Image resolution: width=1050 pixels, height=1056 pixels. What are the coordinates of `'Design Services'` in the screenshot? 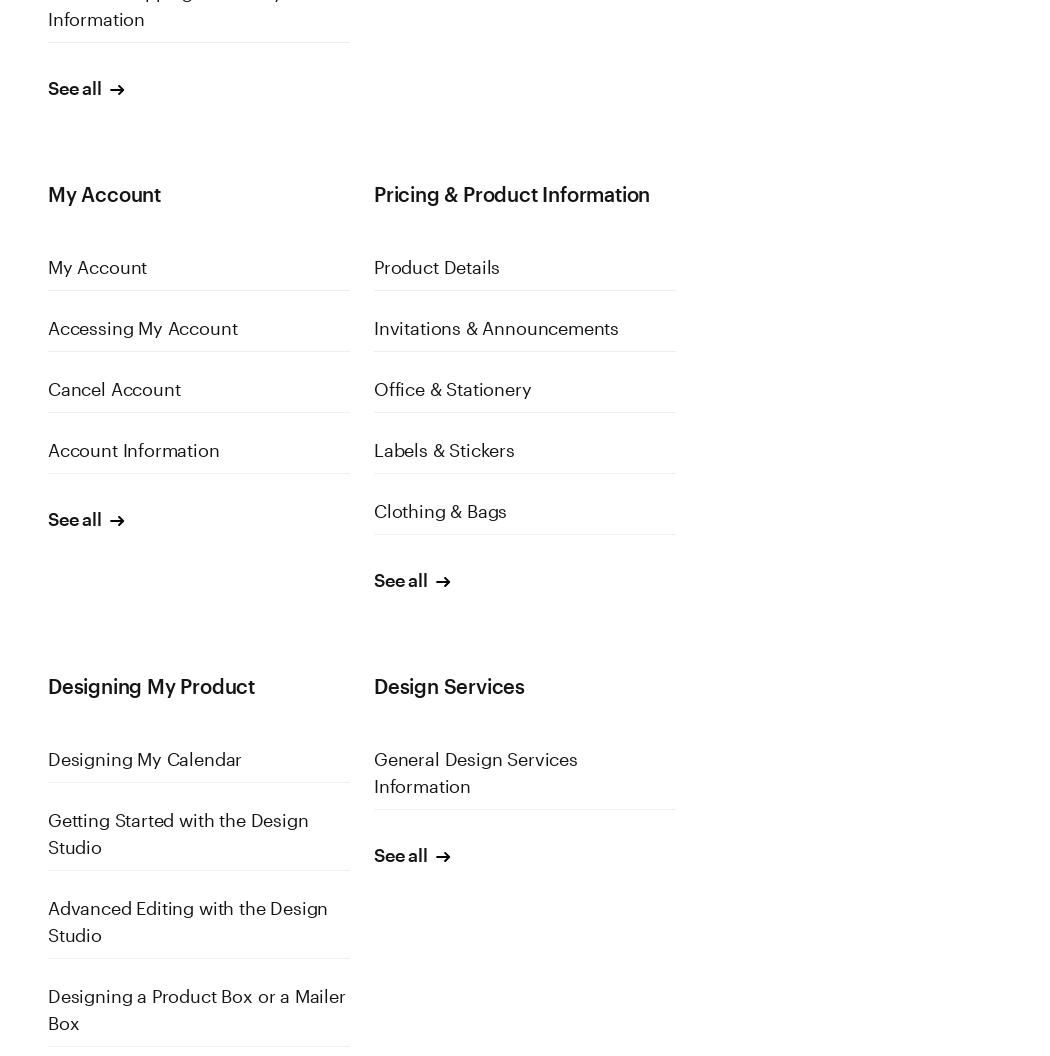 It's located at (447, 685).